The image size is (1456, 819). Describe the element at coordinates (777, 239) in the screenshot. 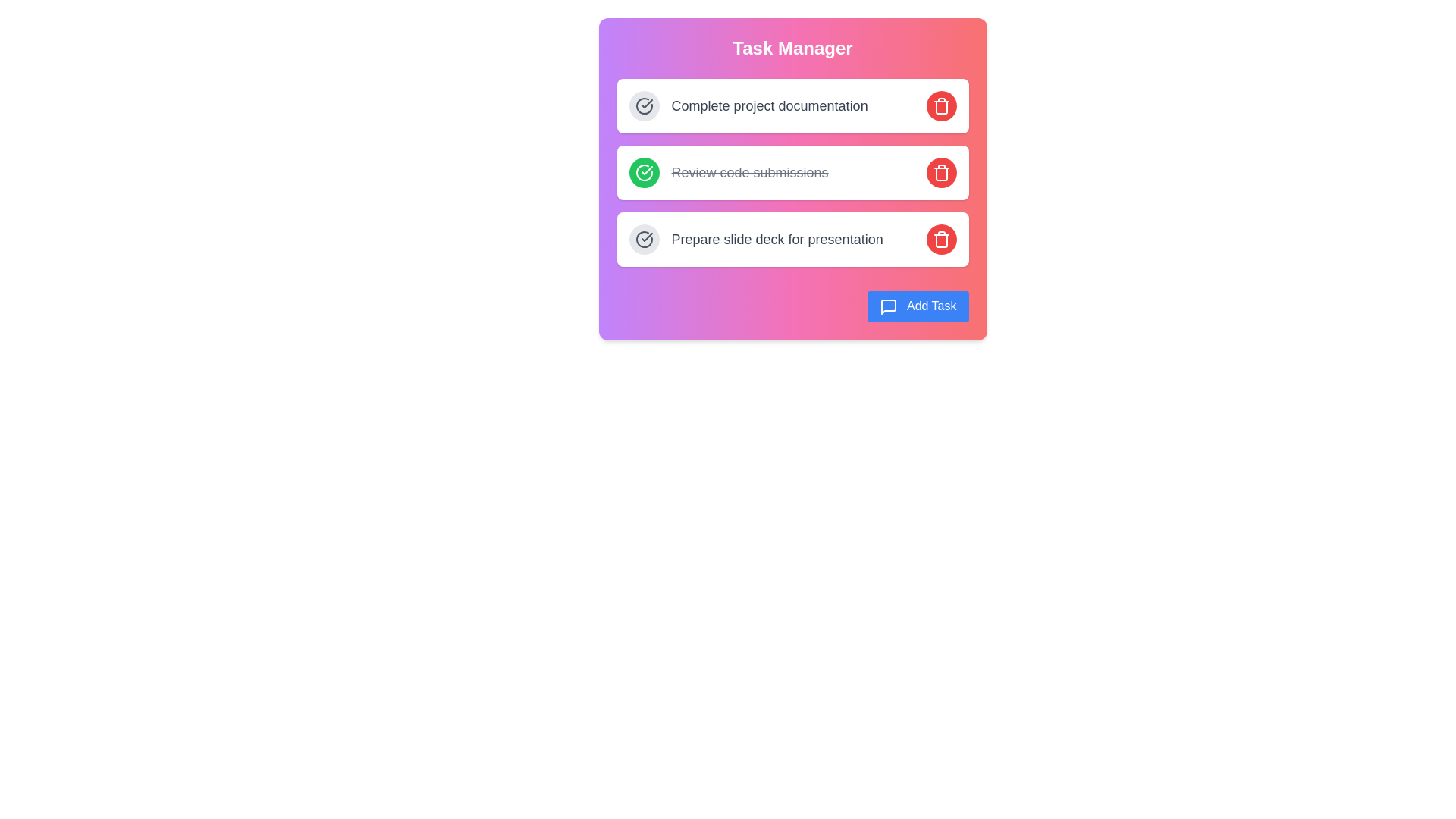

I see `the static text label that serves as the description for the third task in the task management interface` at that location.